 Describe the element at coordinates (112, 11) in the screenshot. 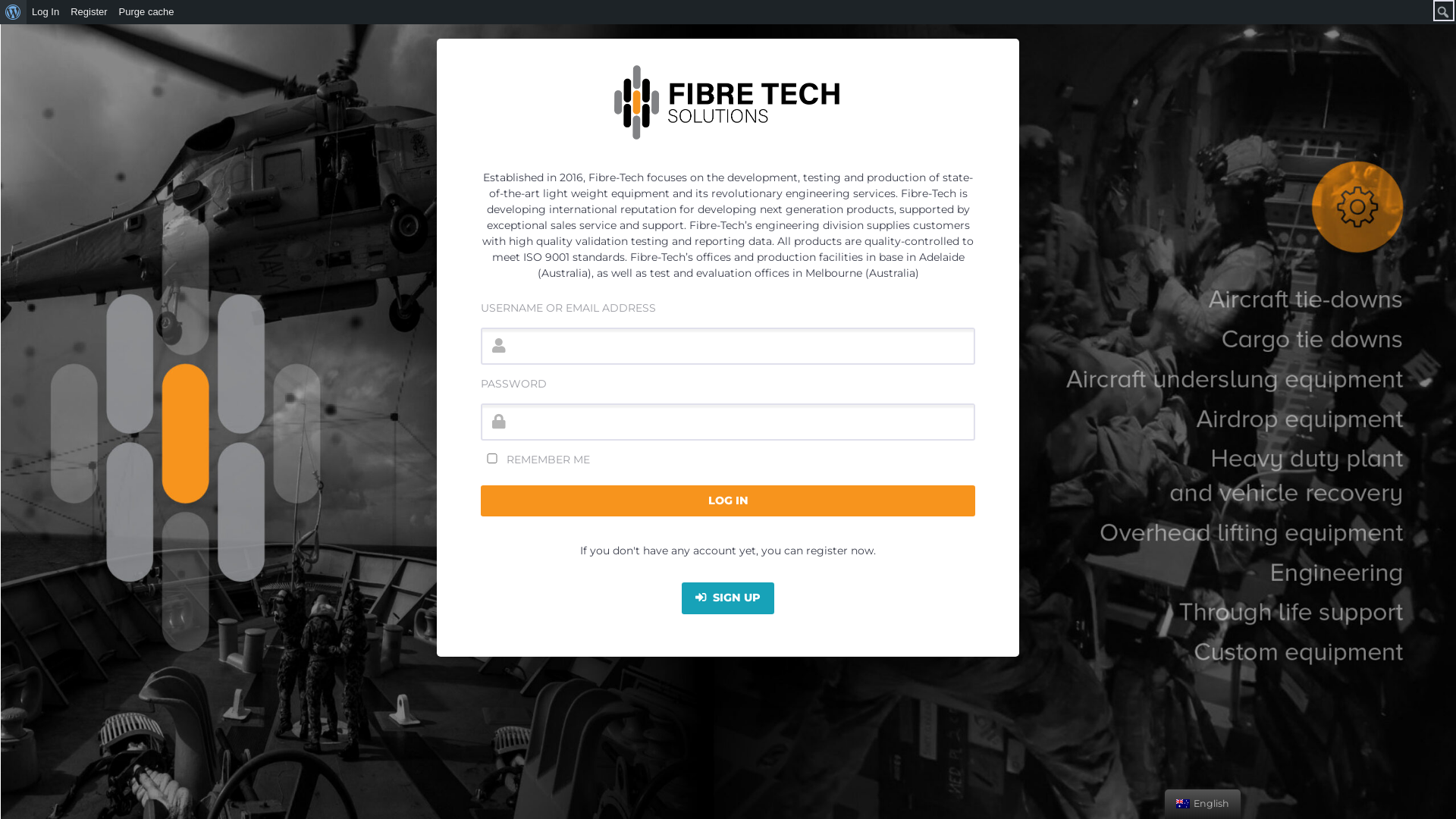

I see `'Purge cache'` at that location.